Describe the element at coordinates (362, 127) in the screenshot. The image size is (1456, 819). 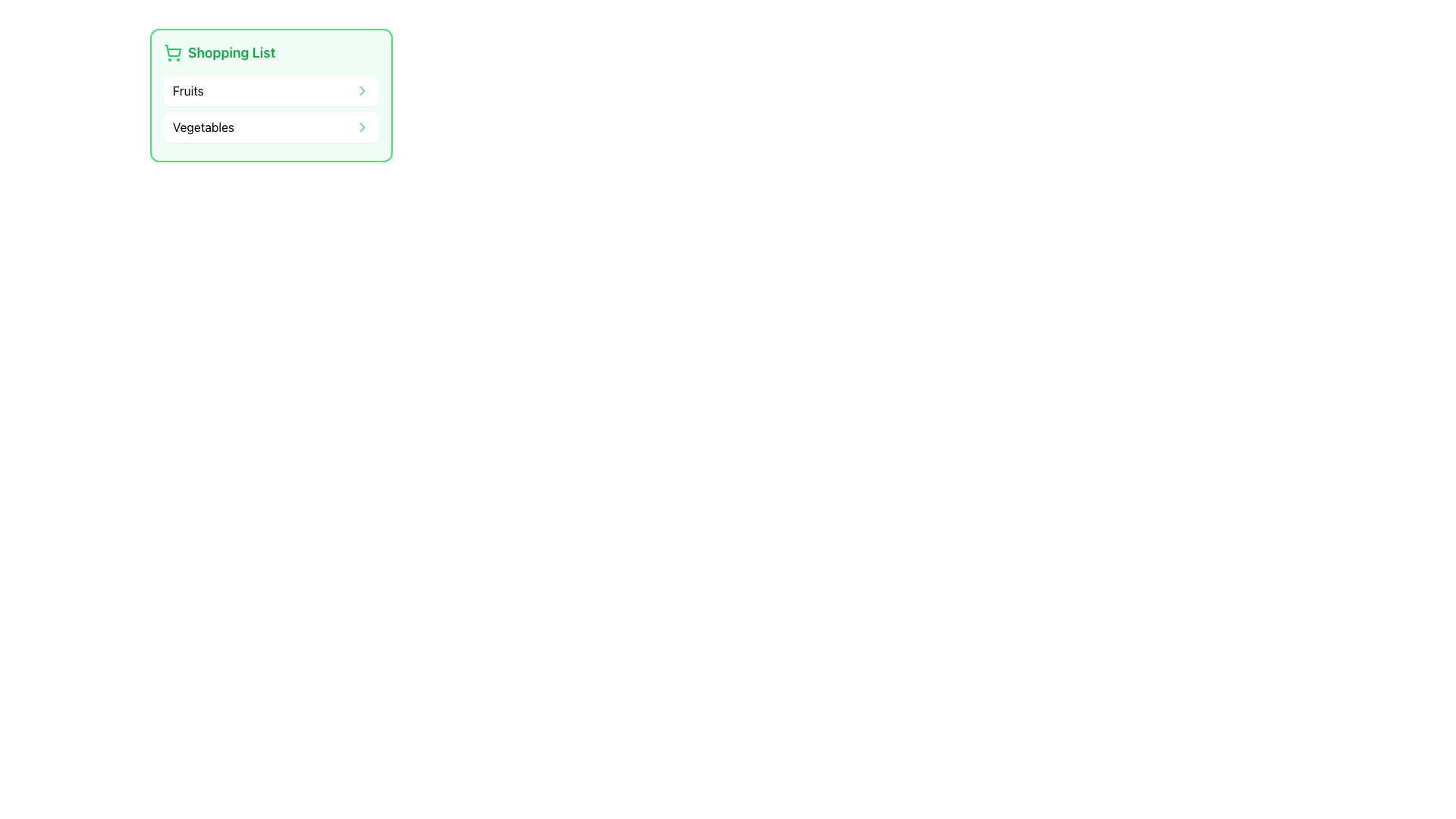
I see `the small triangular-shaped arrow pointing right, located within the clickable area of the 'Vegetables' label in the second row of the 'Shopping List' card` at that location.